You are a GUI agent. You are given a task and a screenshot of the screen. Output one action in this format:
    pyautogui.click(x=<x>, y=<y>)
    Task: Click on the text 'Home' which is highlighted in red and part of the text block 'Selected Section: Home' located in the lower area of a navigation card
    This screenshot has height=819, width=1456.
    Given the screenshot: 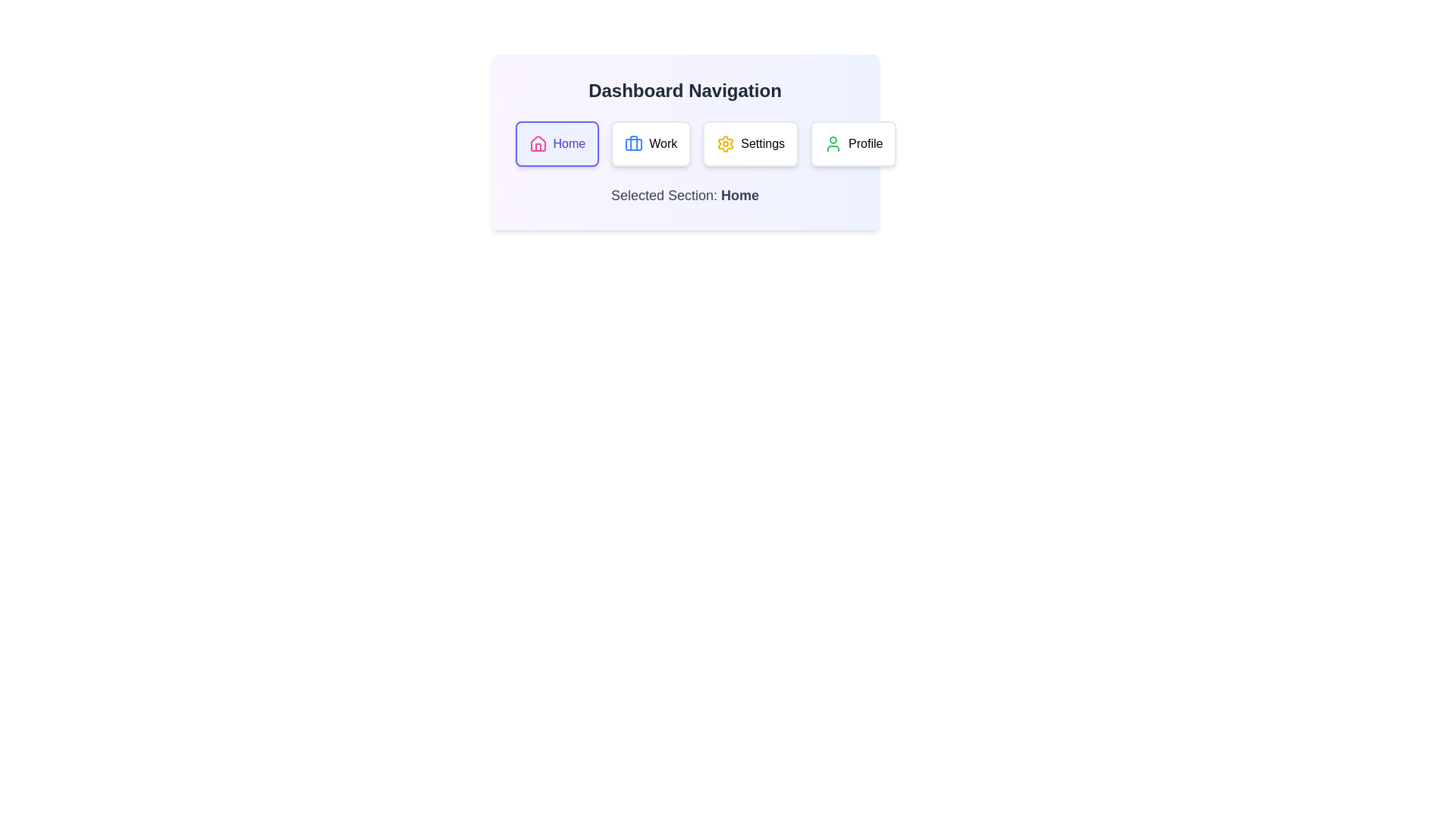 What is the action you would take?
    pyautogui.click(x=740, y=195)
    